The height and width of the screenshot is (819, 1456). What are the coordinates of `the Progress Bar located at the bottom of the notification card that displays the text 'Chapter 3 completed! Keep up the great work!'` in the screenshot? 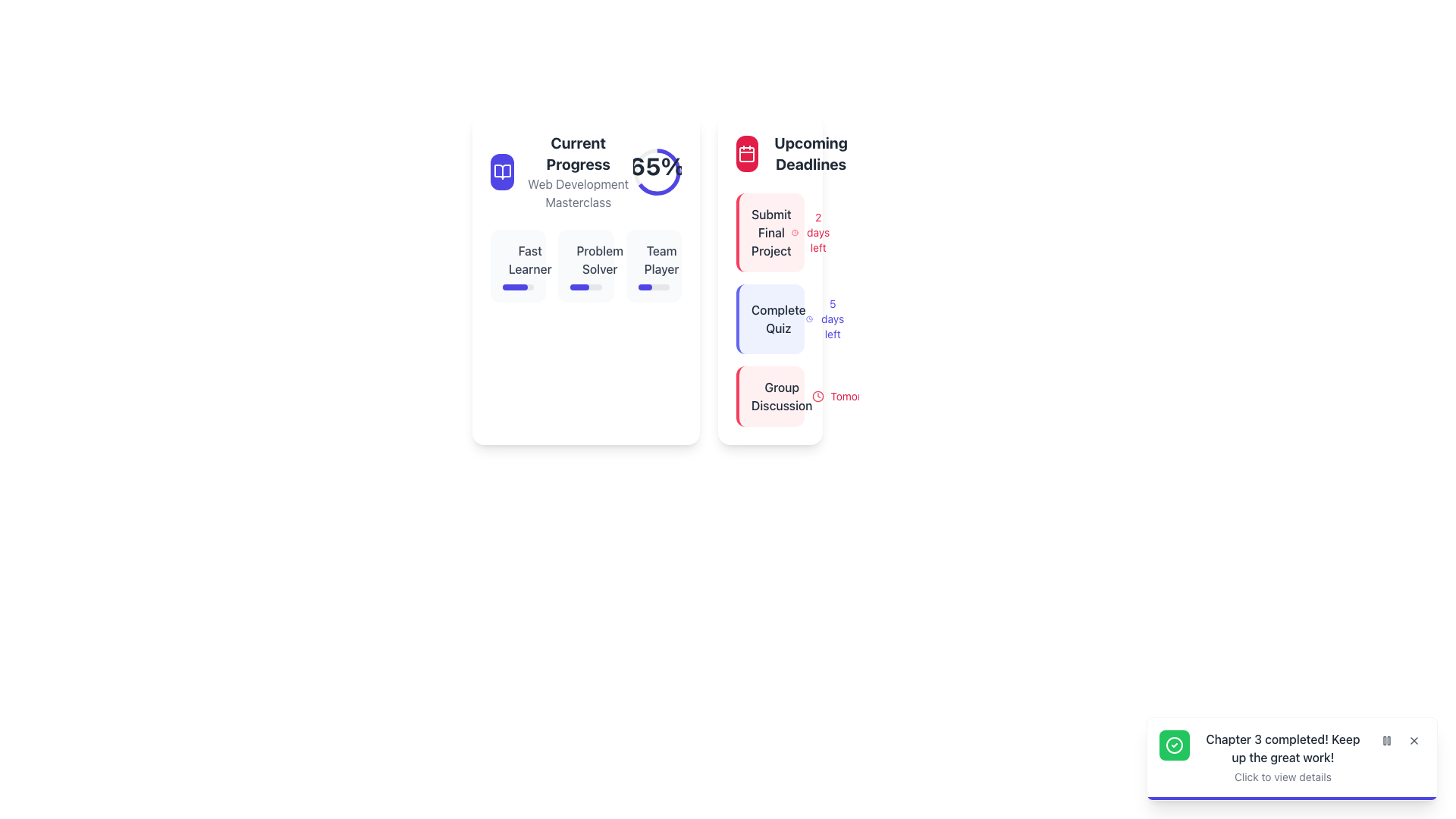 It's located at (1291, 798).